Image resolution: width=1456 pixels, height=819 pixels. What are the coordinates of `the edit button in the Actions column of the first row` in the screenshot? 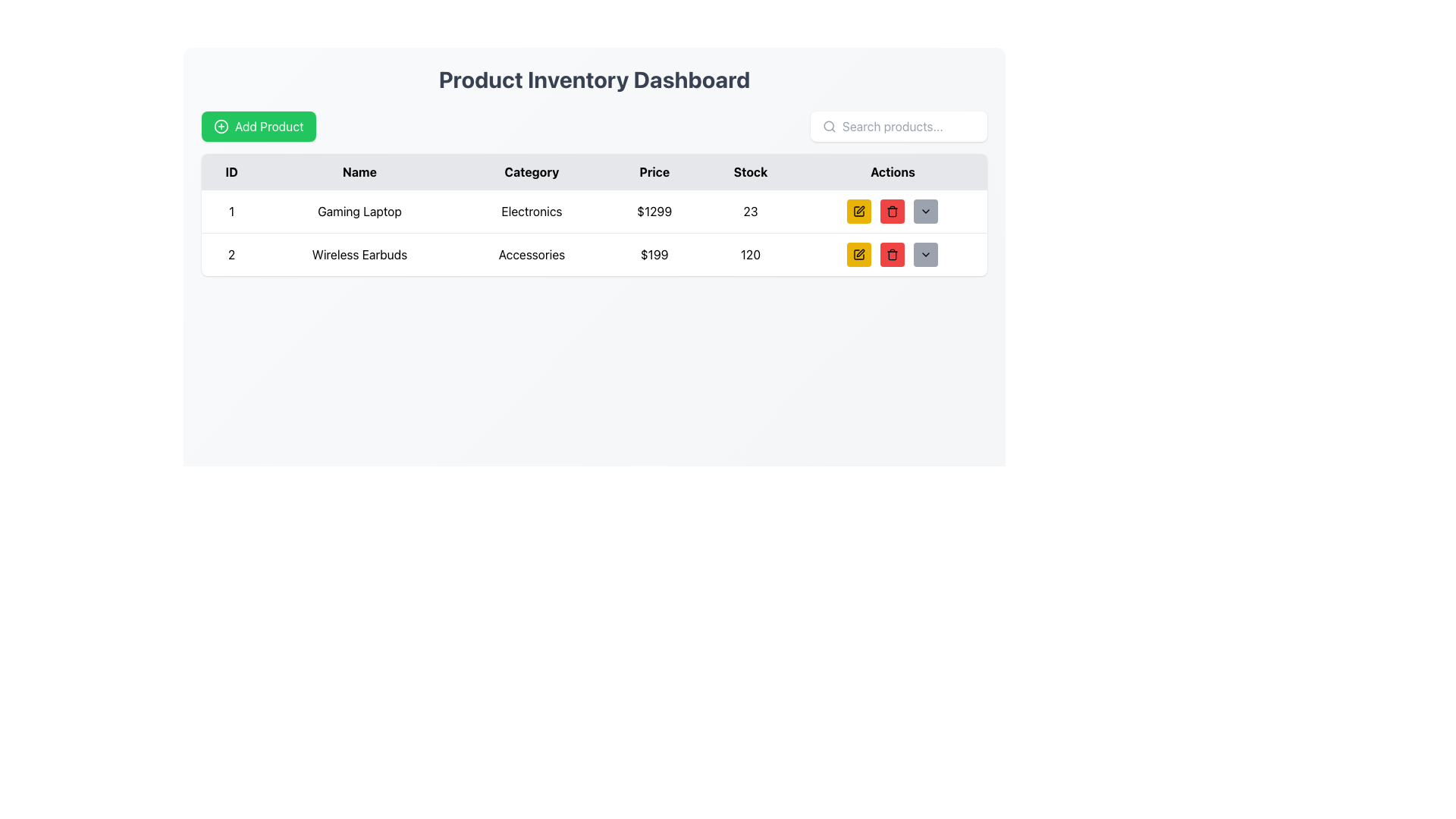 It's located at (859, 211).